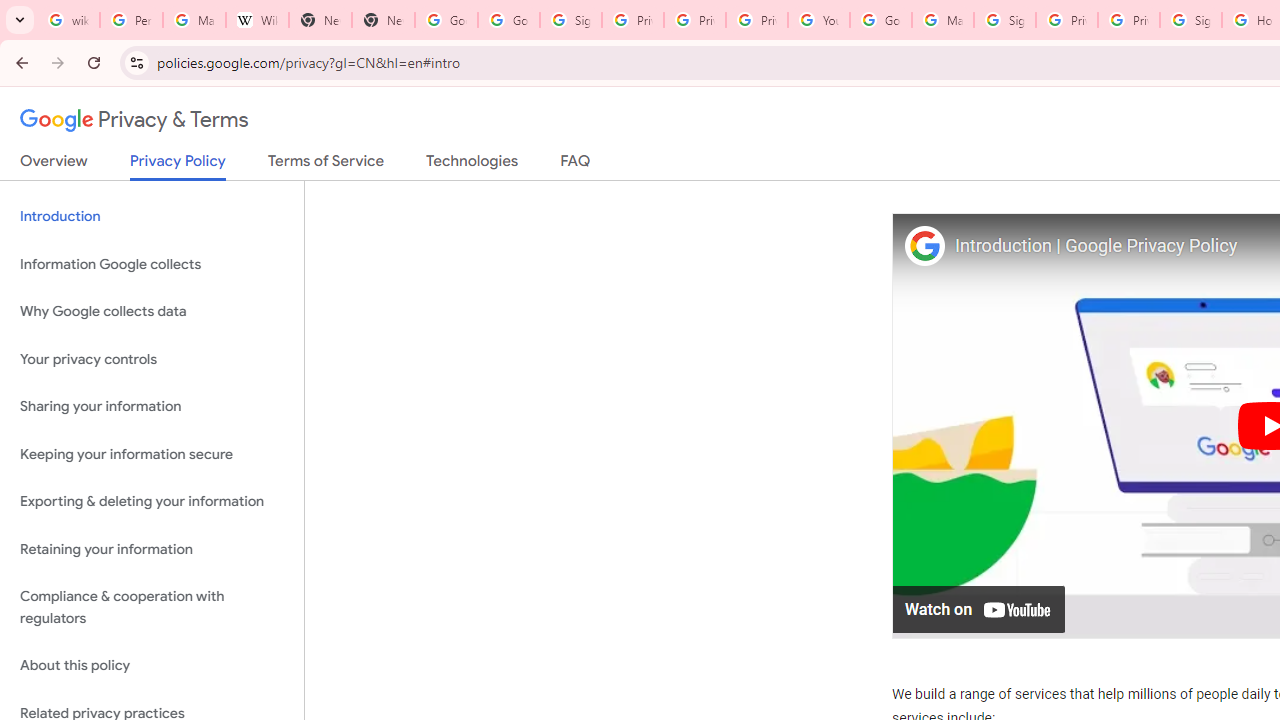  What do you see at coordinates (508, 20) in the screenshot?
I see `'Google Drive: Sign-in'` at bounding box center [508, 20].